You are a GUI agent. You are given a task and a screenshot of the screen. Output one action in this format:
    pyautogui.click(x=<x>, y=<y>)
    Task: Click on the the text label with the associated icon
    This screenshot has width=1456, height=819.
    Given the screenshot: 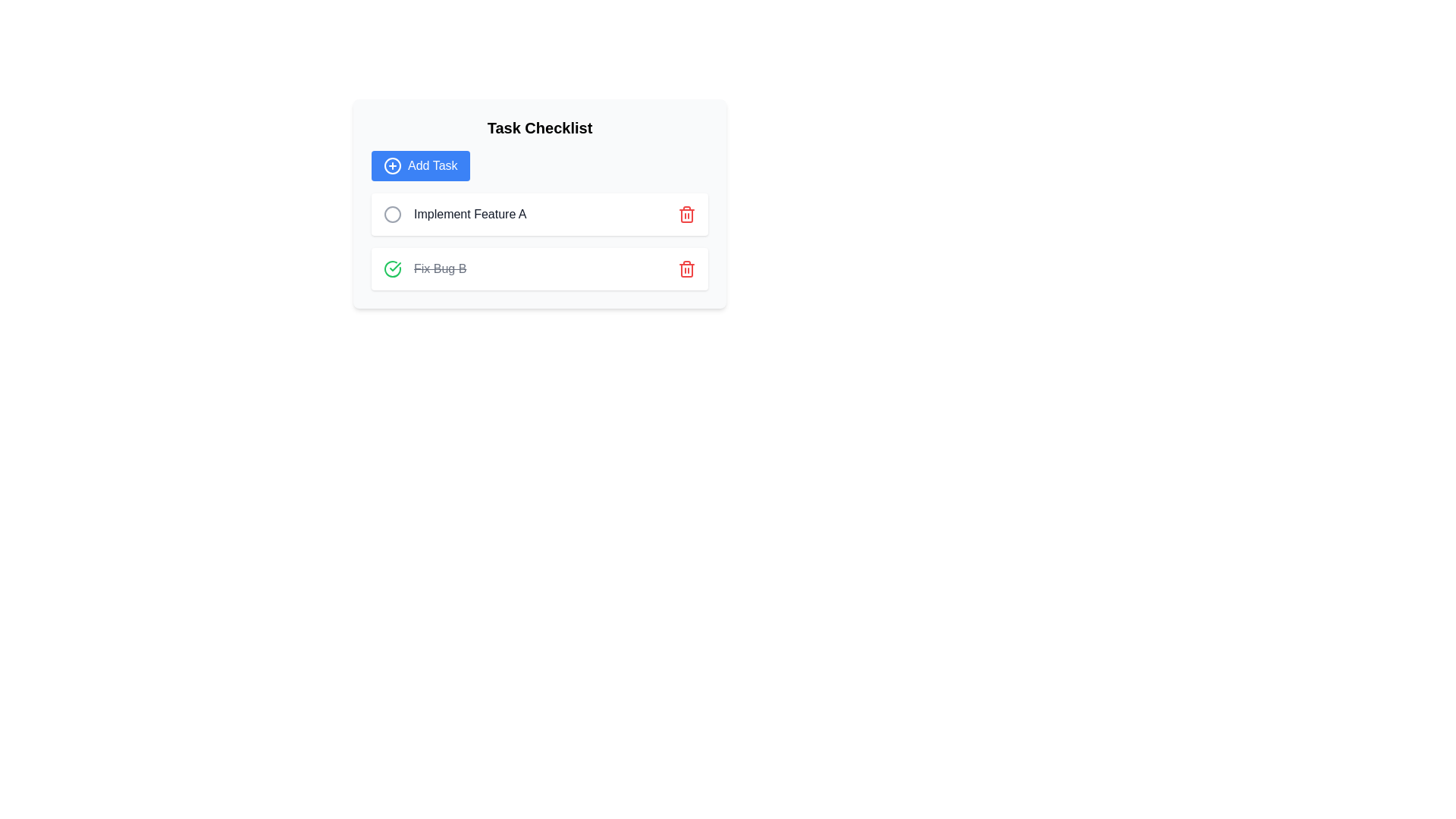 What is the action you would take?
    pyautogui.click(x=454, y=214)
    